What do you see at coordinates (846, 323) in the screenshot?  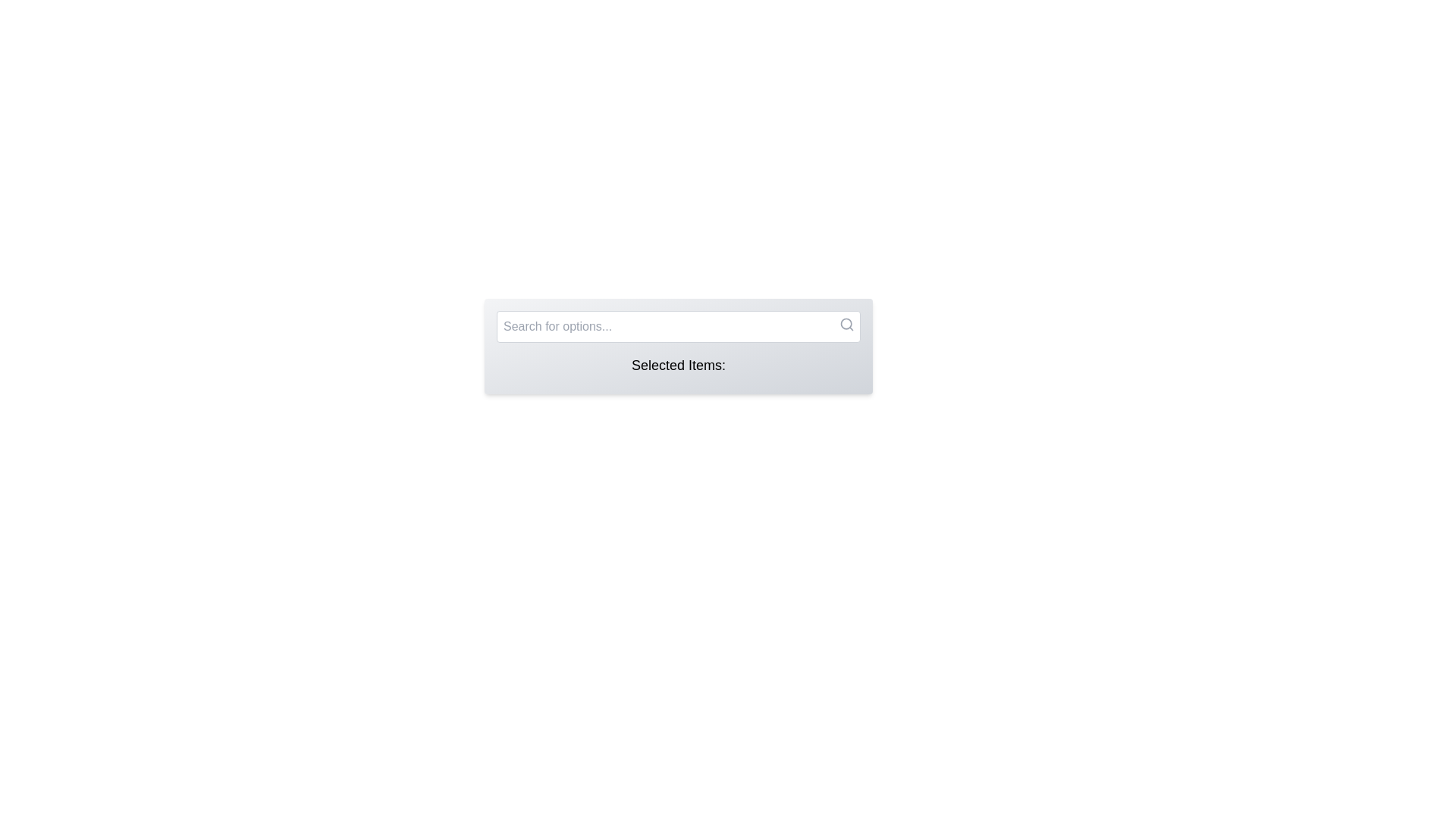 I see `the circular shape that is part of the magnifying glass icon, located in the upper-right corner of the search input field` at bounding box center [846, 323].